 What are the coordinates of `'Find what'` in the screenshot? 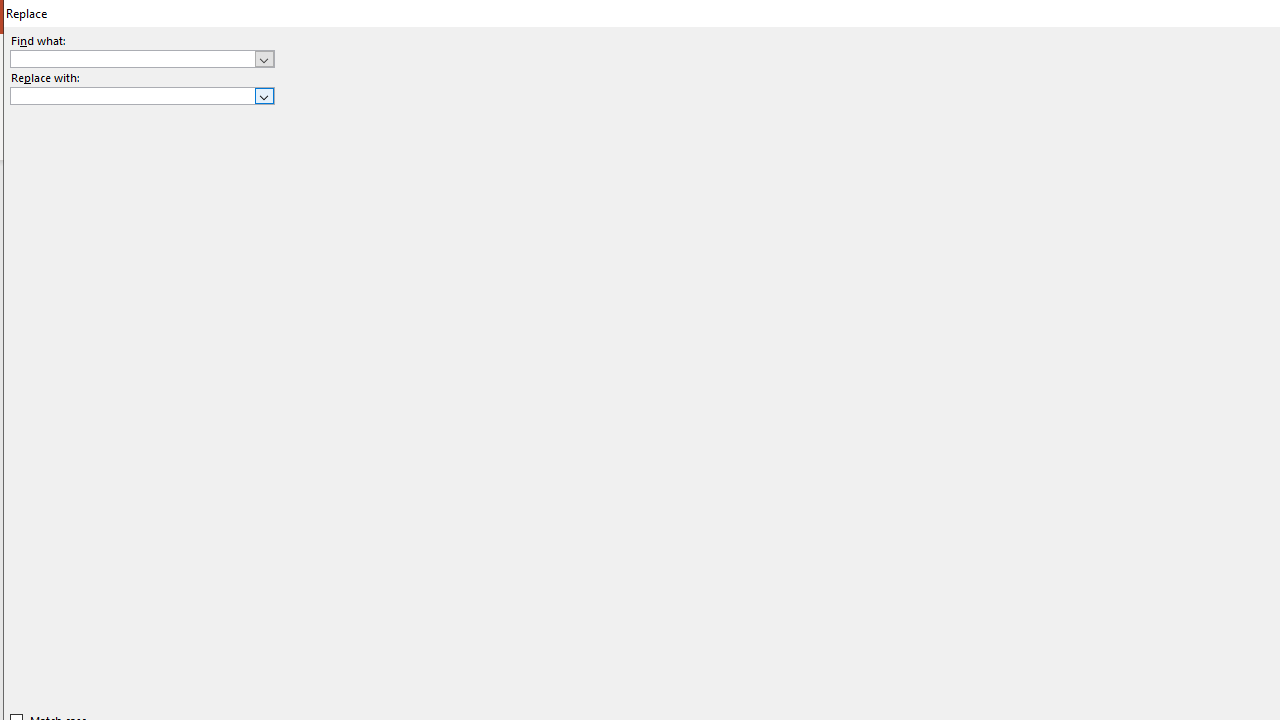 It's located at (141, 57).